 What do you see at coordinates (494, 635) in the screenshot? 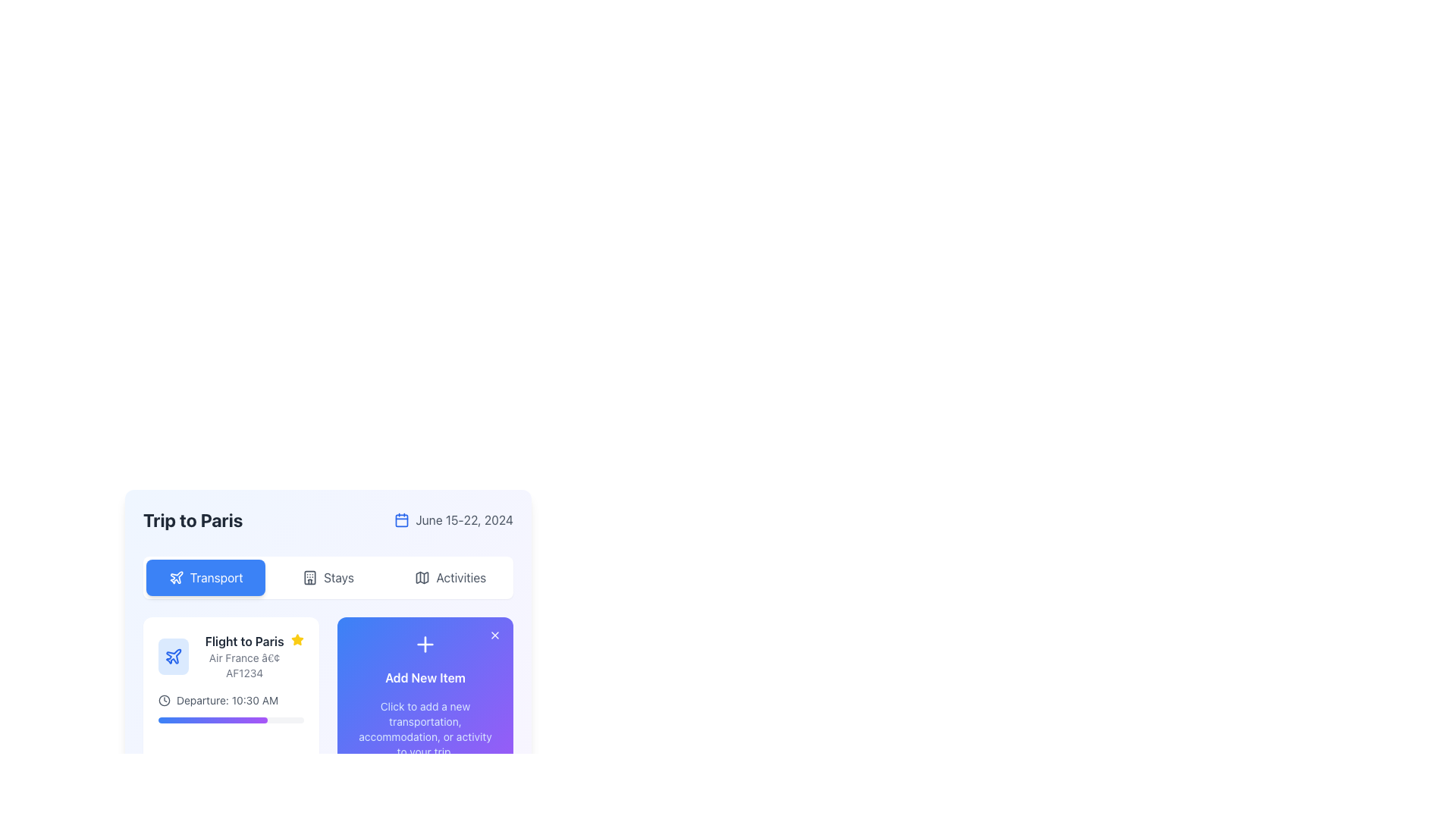
I see `the close or delete icon button located at the top-right corner of the 'Add New Item' rectangular purple gradient box` at bounding box center [494, 635].